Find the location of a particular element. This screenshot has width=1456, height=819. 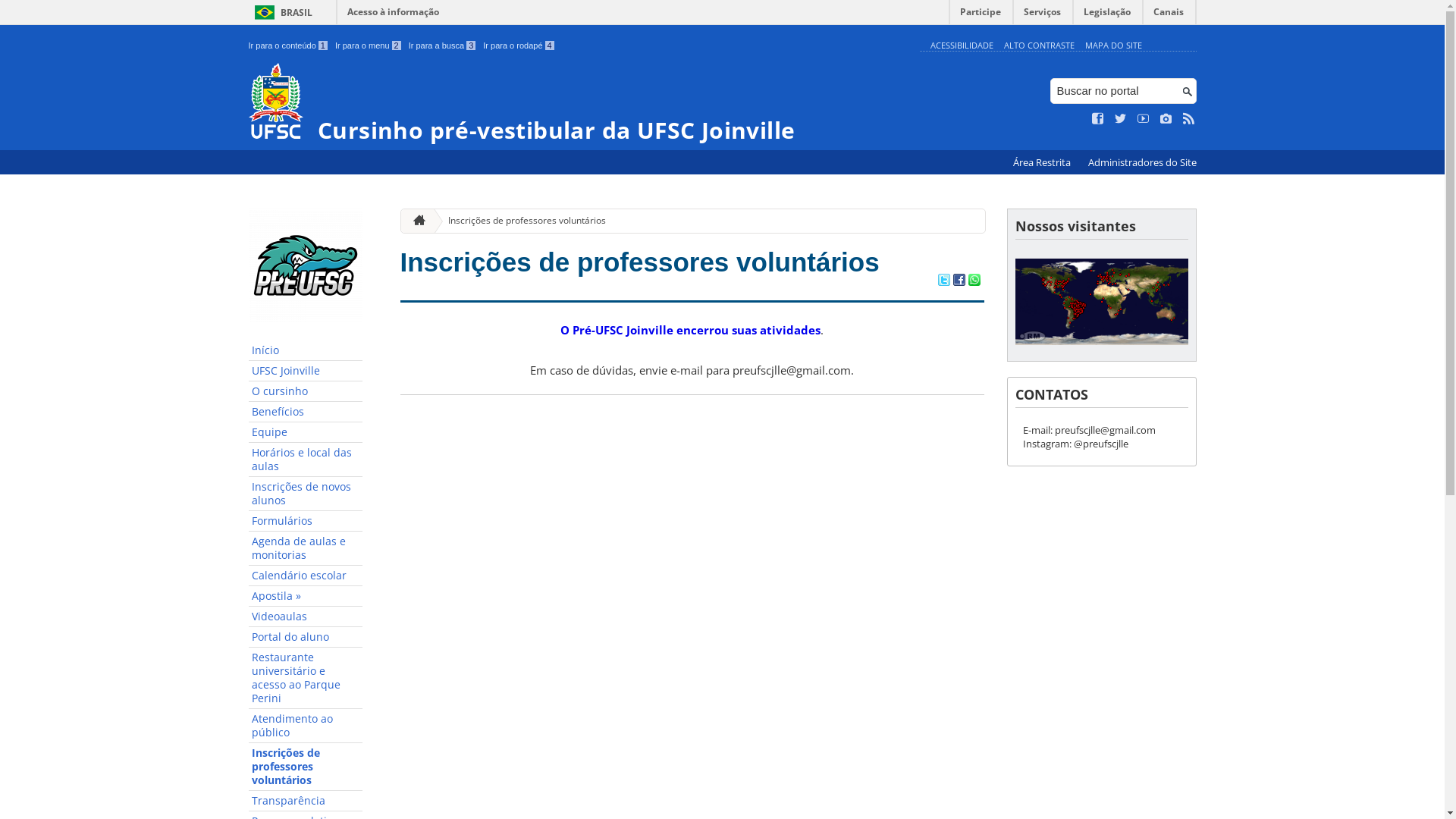

'BRASIL' is located at coordinates (248, 12).